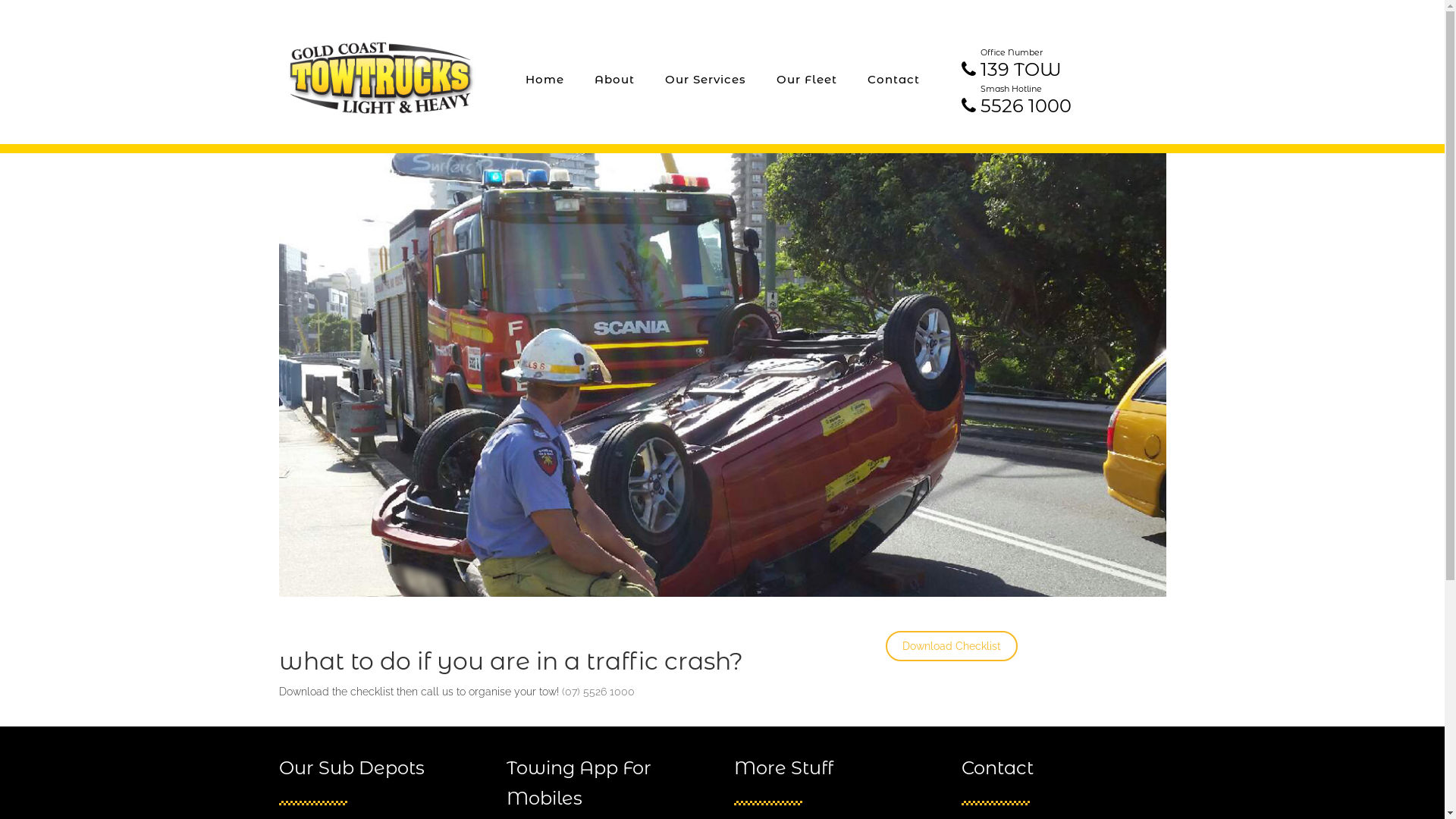  What do you see at coordinates (806, 79) in the screenshot?
I see `'Our Fleet'` at bounding box center [806, 79].